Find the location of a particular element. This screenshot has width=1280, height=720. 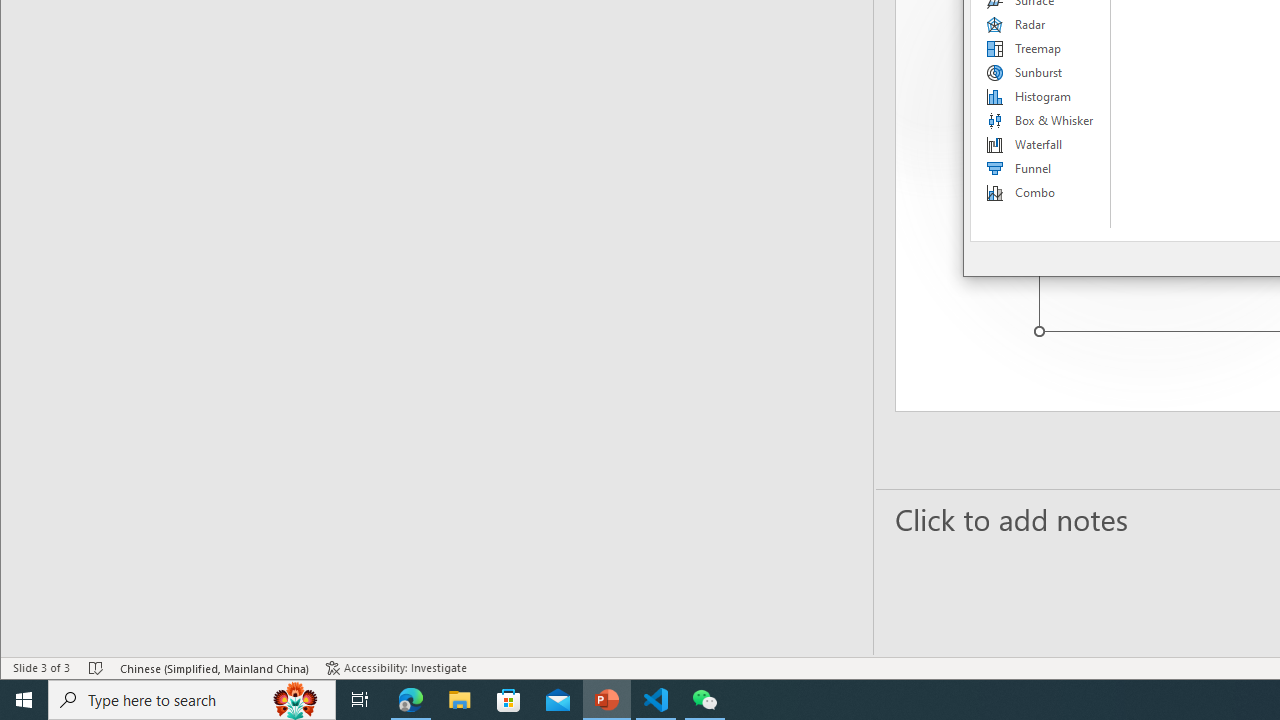

'Waterfall' is located at coordinates (1040, 144).